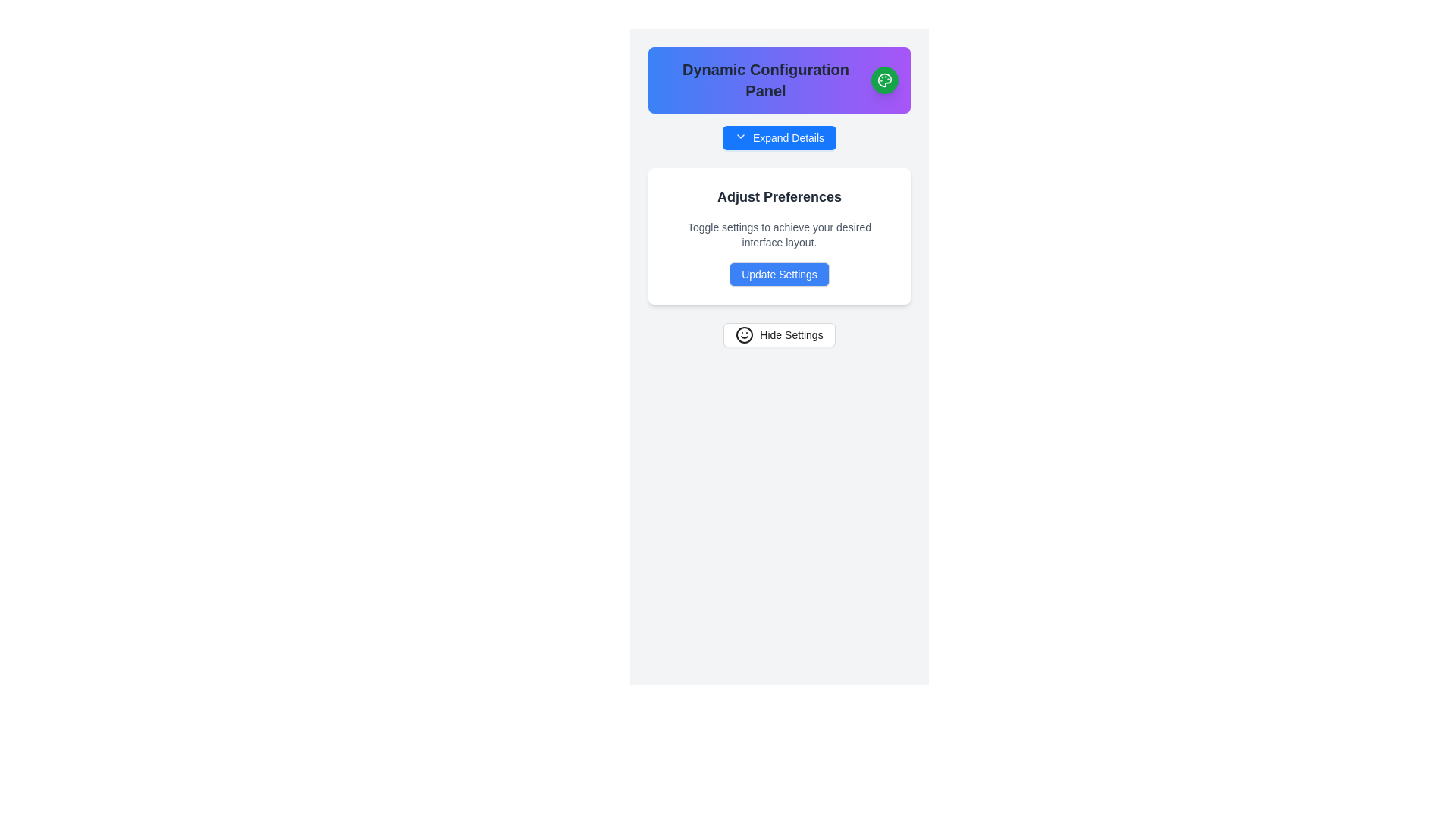 This screenshot has width=1456, height=819. Describe the element at coordinates (884, 80) in the screenshot. I see `the circular icon resembling a palette with a green background and white strokes, located at the upper-right corner of the 'Dynamic Configuration Panel'` at that location.